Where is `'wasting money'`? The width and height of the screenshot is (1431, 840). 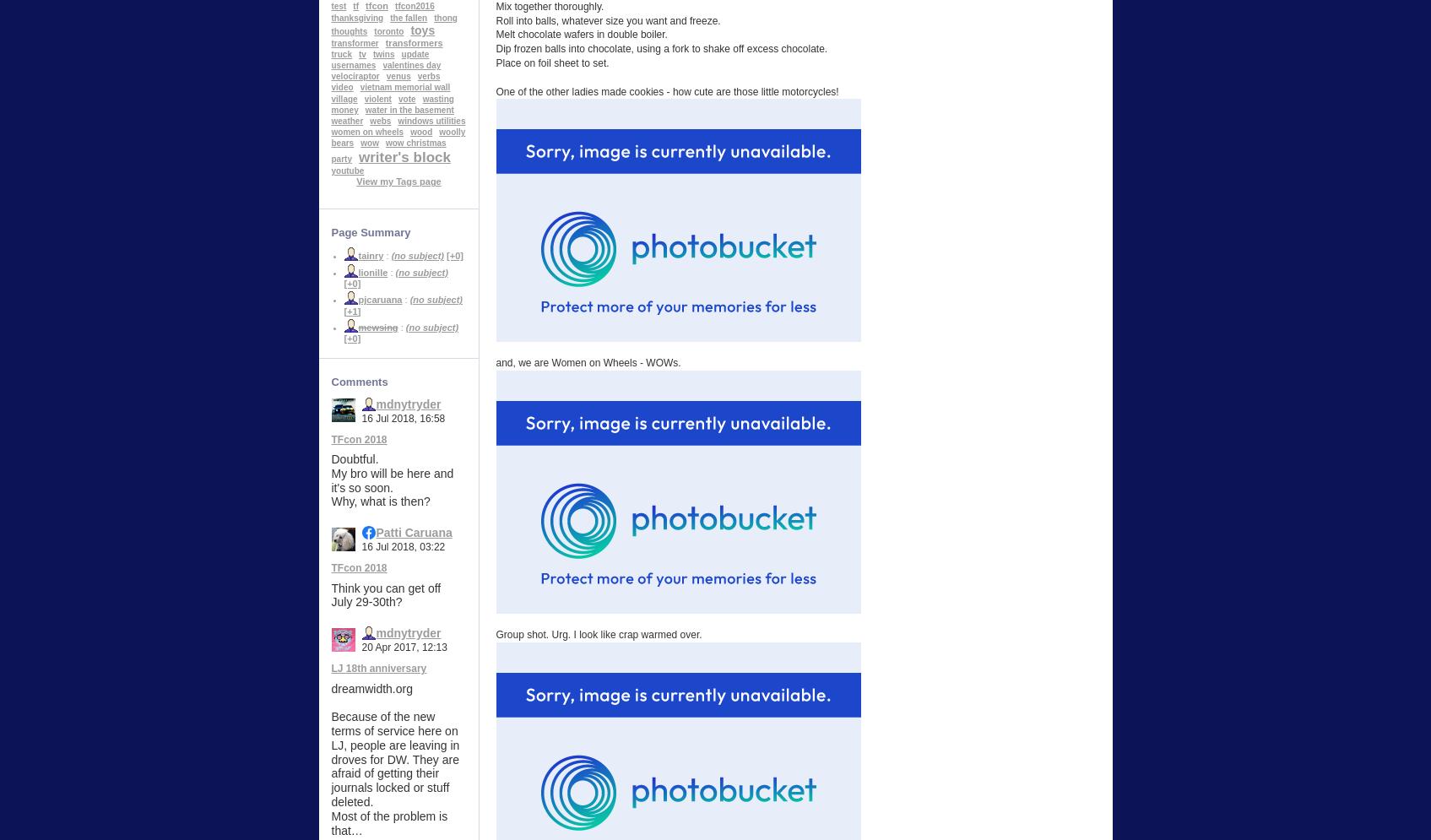
'wasting money' is located at coordinates (391, 102).